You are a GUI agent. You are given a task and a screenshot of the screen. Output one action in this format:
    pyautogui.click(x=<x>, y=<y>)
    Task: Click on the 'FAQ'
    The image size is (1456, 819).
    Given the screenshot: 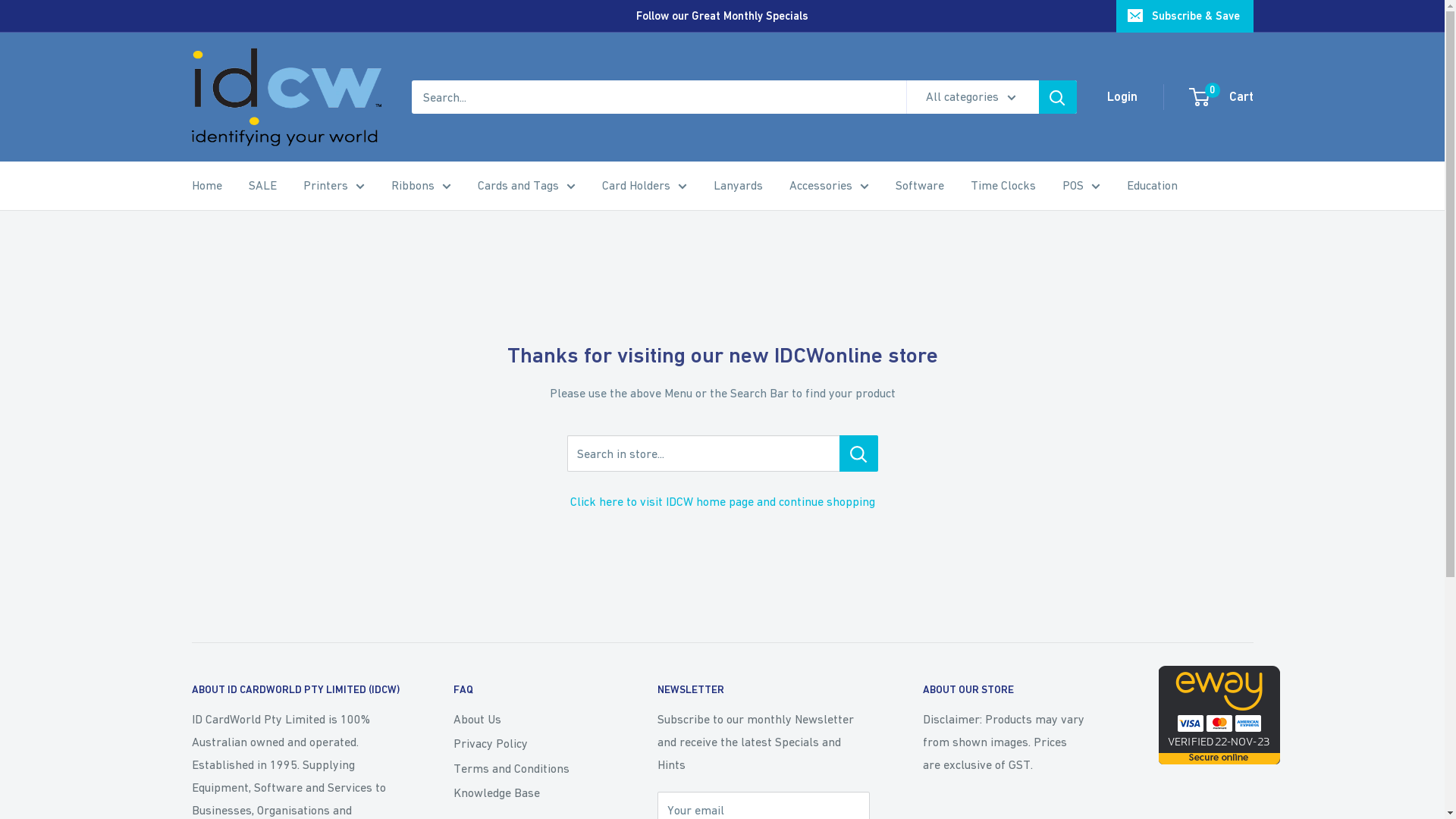 What is the action you would take?
    pyautogui.click(x=529, y=690)
    